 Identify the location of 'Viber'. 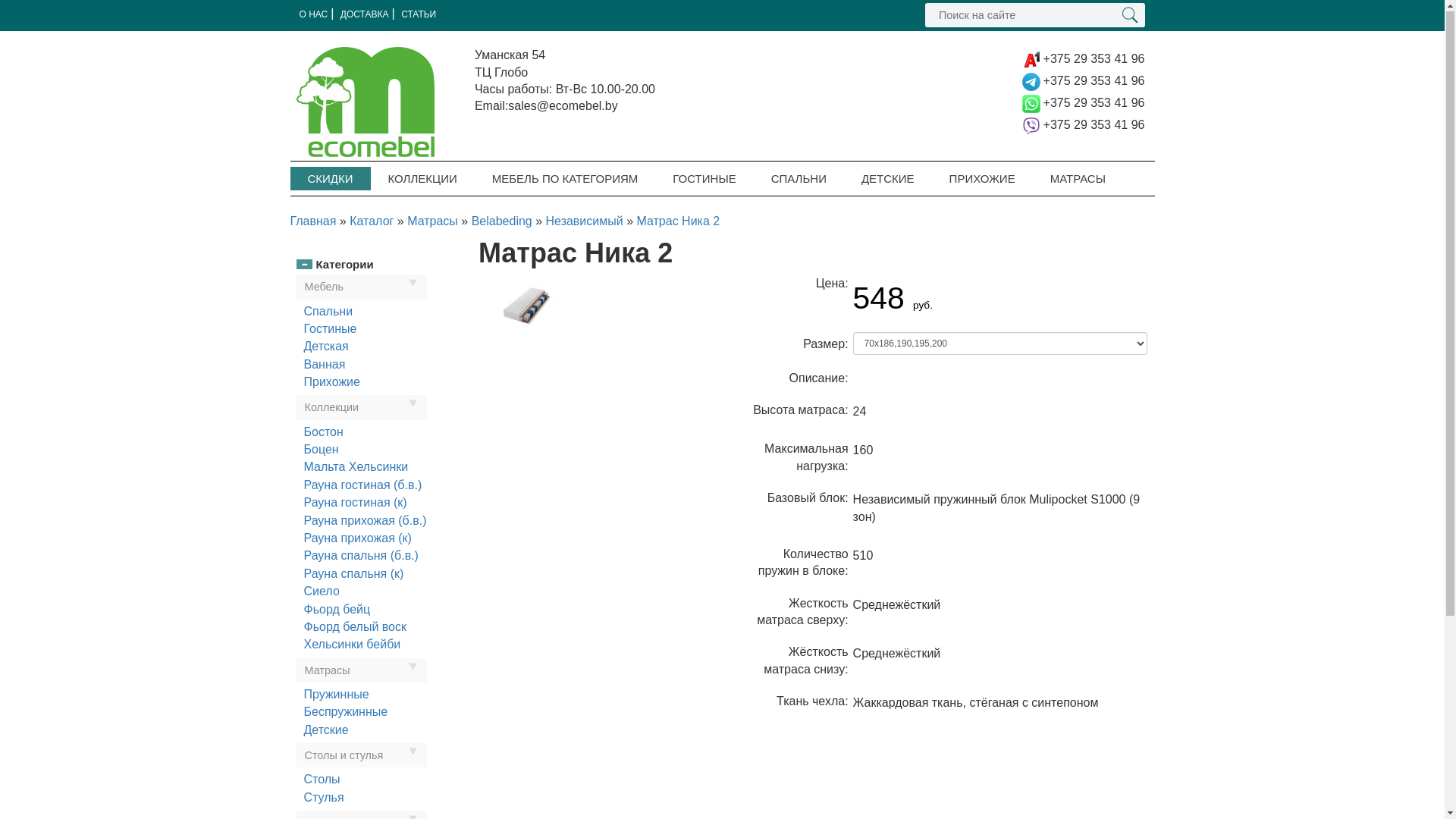
(1031, 124).